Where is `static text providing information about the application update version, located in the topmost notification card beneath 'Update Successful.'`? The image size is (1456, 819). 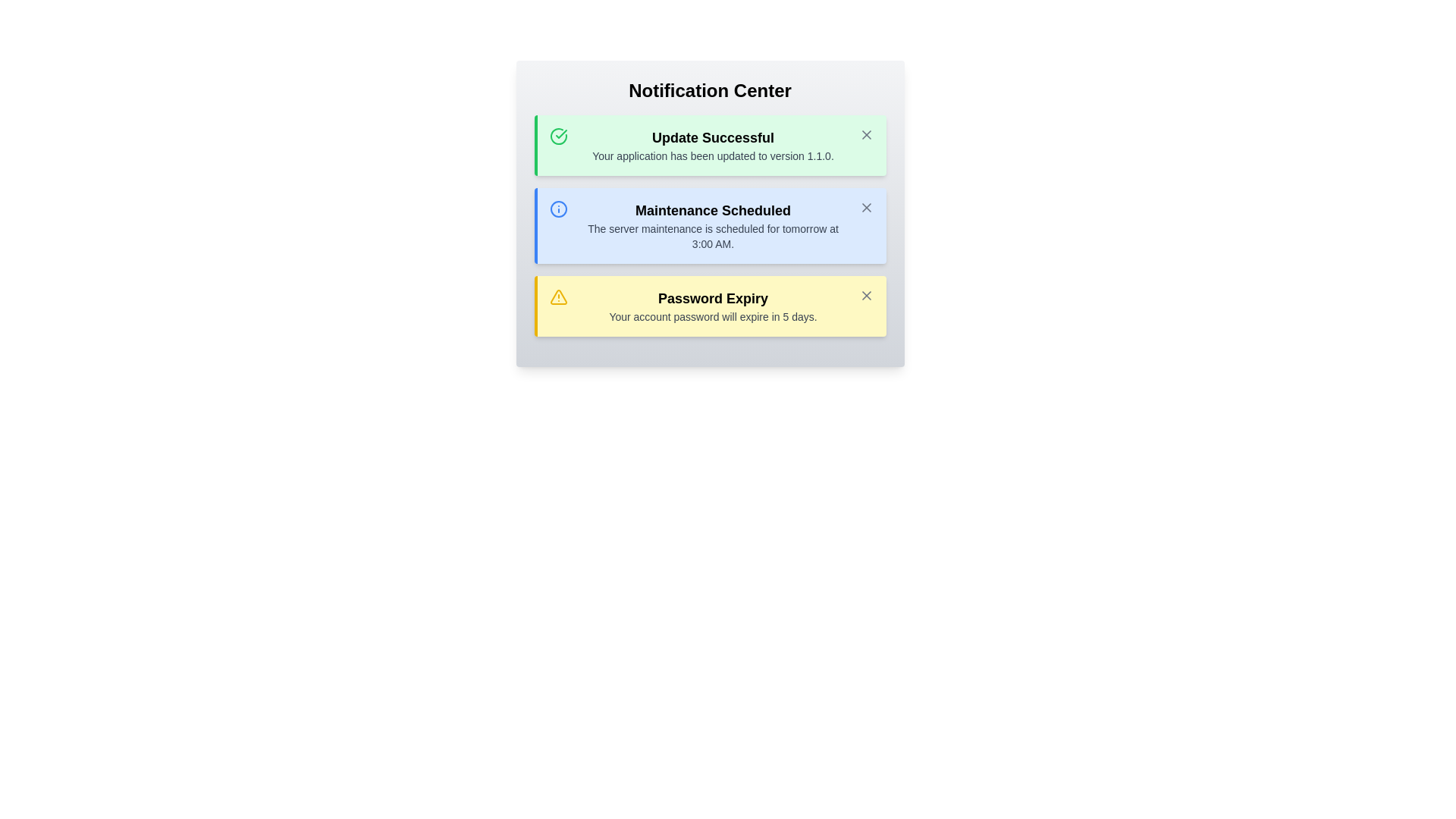 static text providing information about the application update version, located in the topmost notification card beneath 'Update Successful.' is located at coordinates (712, 155).